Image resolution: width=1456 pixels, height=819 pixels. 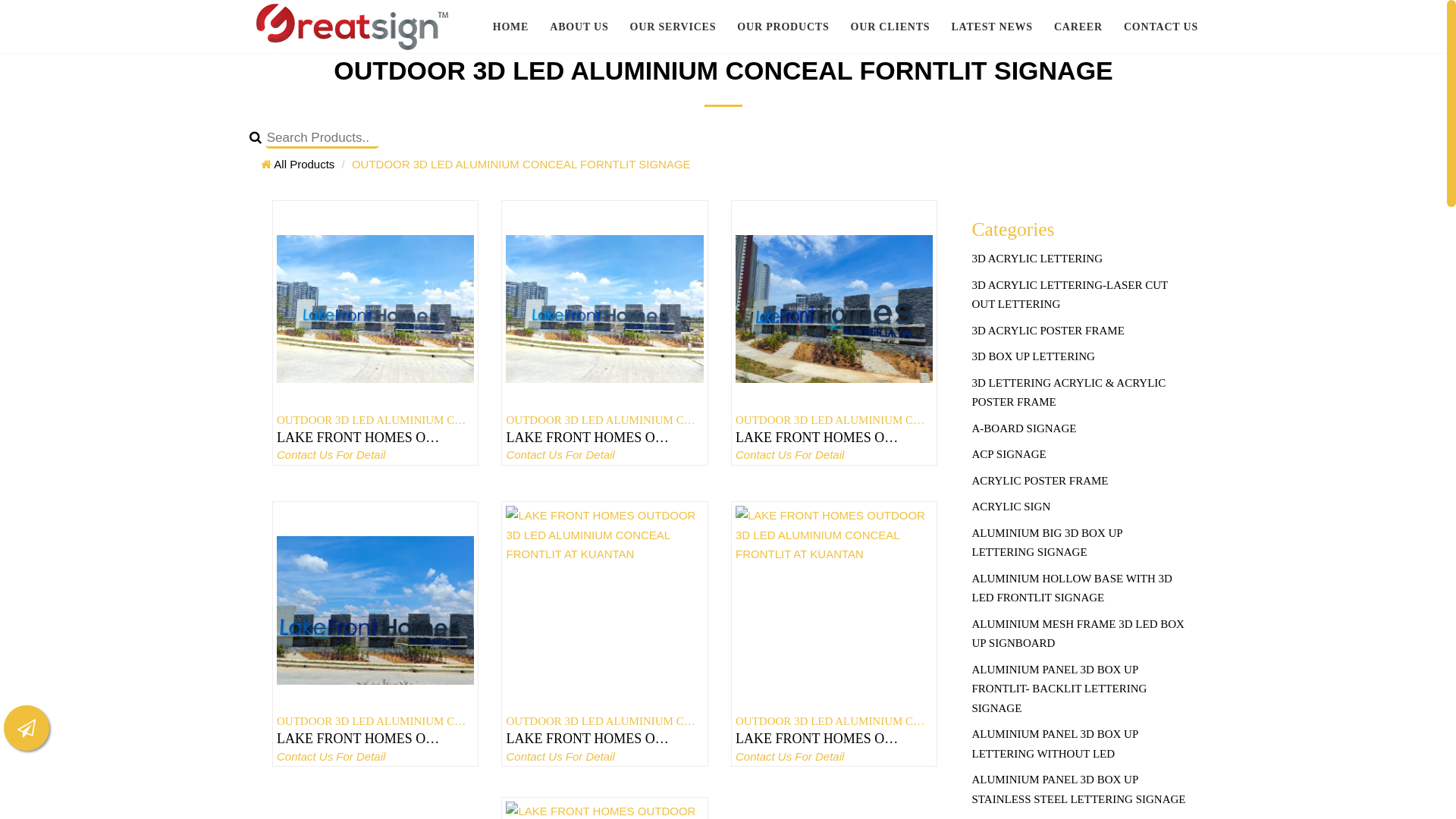 What do you see at coordinates (1078, 429) in the screenshot?
I see `'A-BOARD SIGNAGE'` at bounding box center [1078, 429].